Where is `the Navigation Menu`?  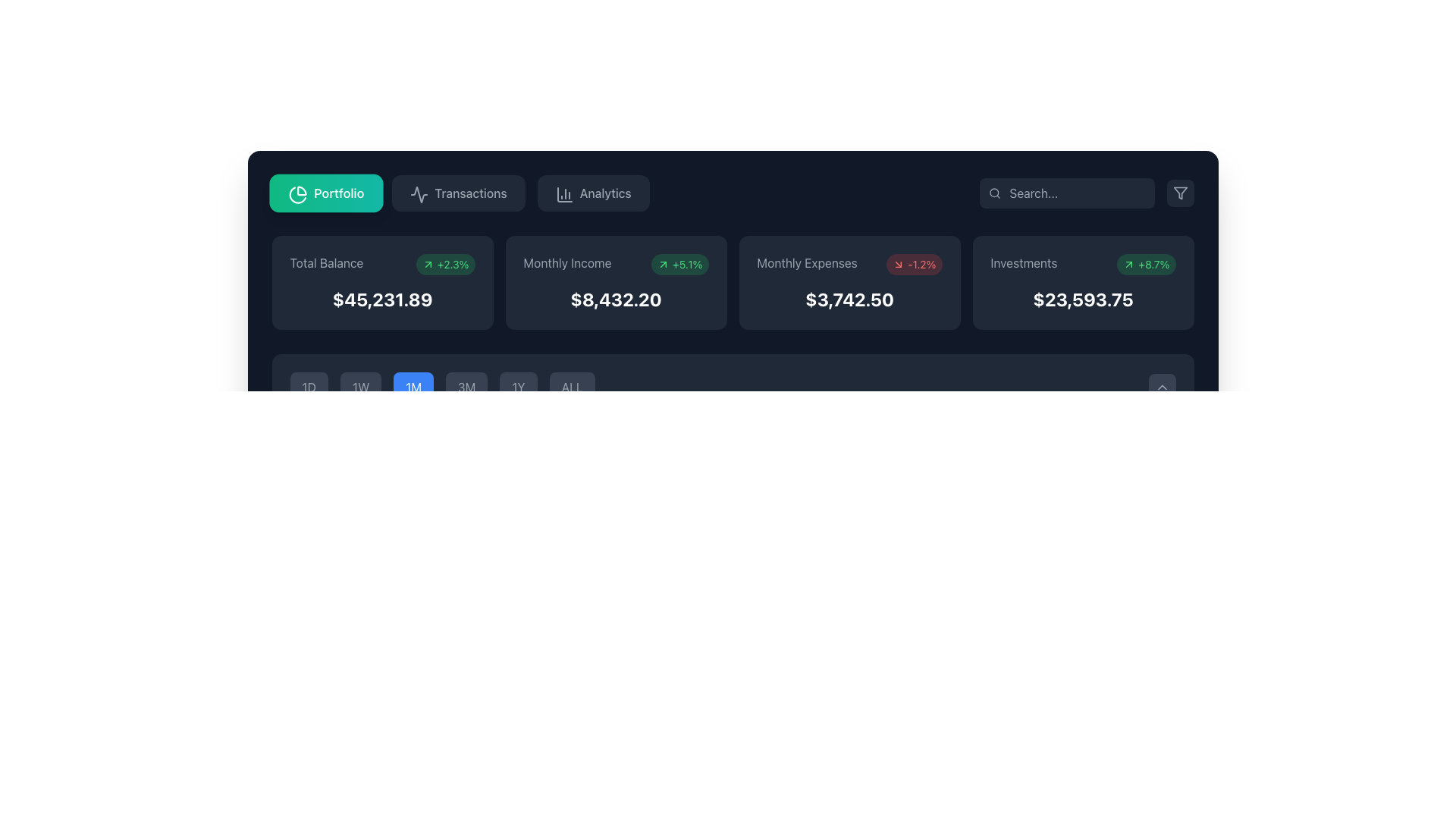
the Navigation Menu is located at coordinates (460, 192).